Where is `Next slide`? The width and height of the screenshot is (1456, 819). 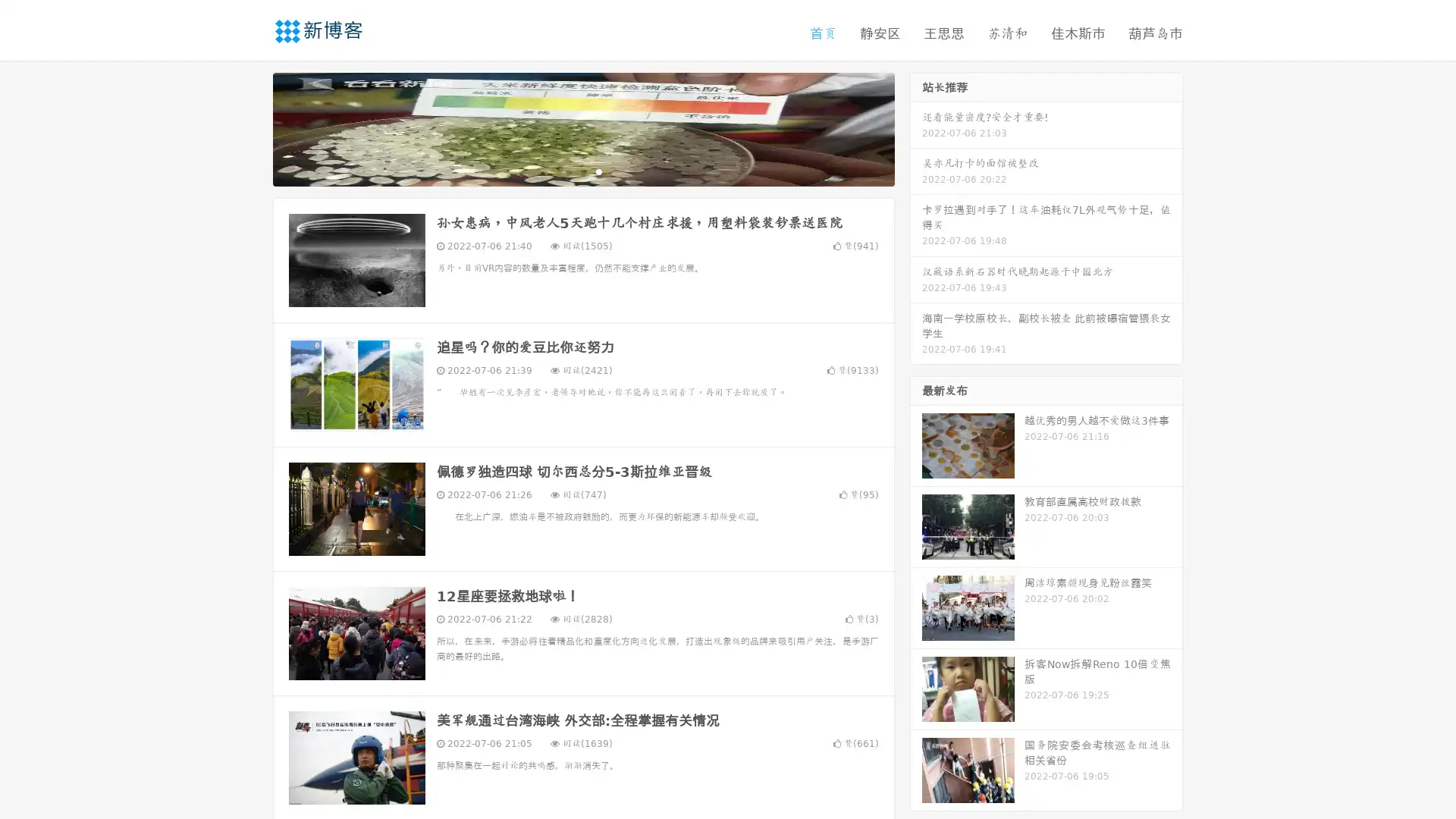
Next slide is located at coordinates (916, 127).